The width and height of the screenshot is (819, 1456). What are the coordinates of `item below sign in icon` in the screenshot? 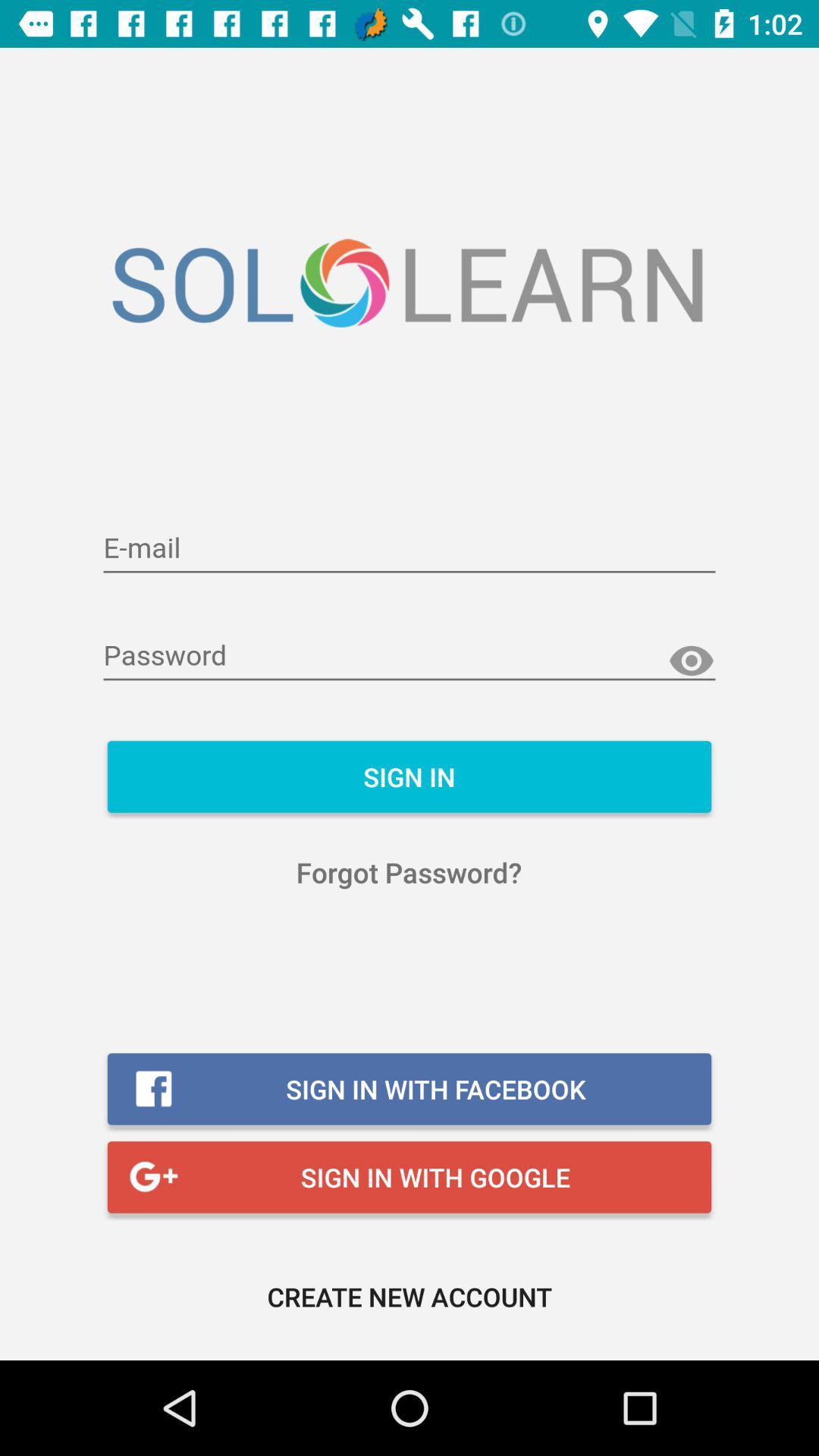 It's located at (408, 872).